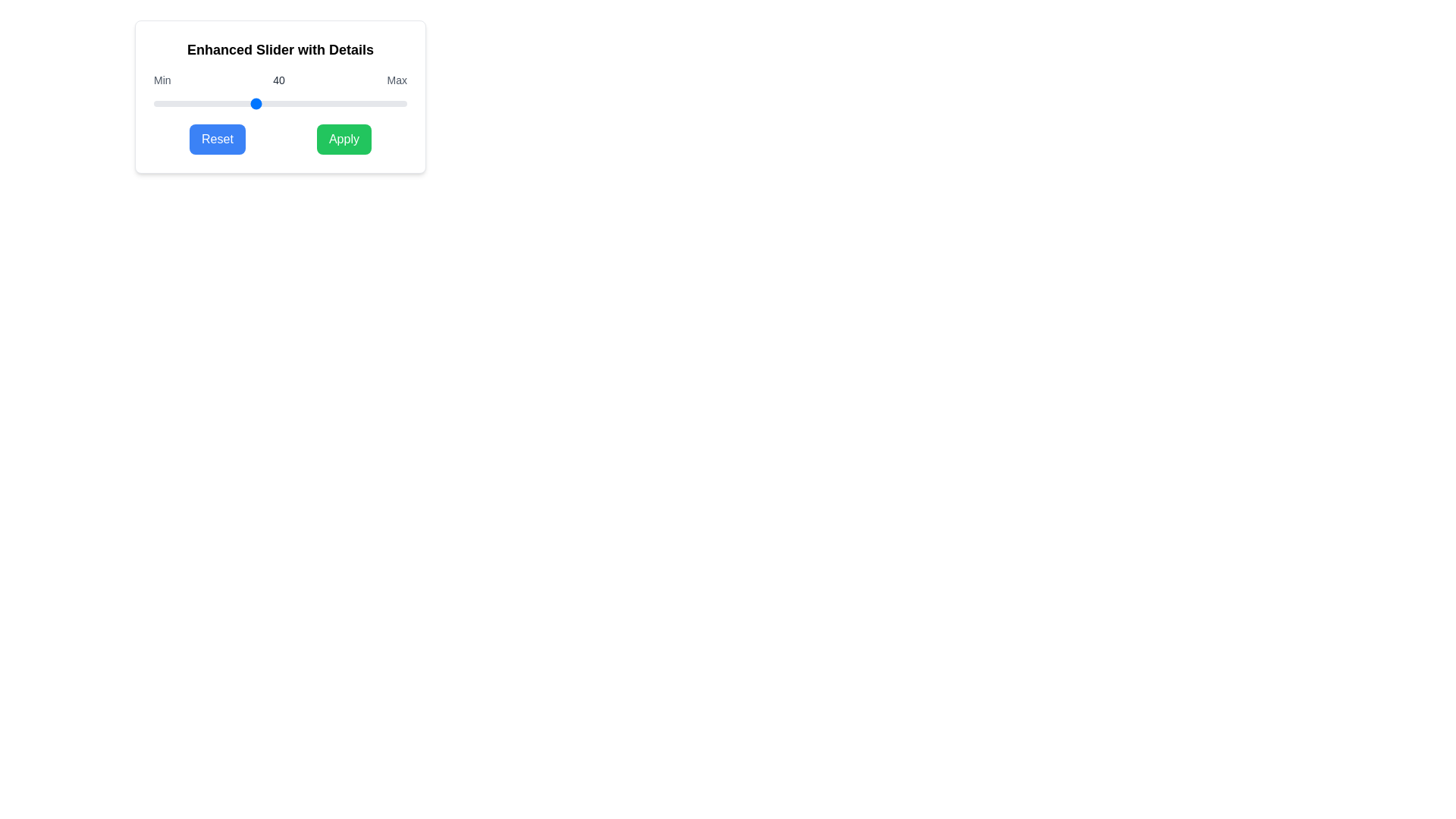  What do you see at coordinates (280, 80) in the screenshot?
I see `the label group containing the text 'Min', '40', and 'Max', which is positioned below the header 'Enhanced Slider with Details' and above the slider control` at bounding box center [280, 80].